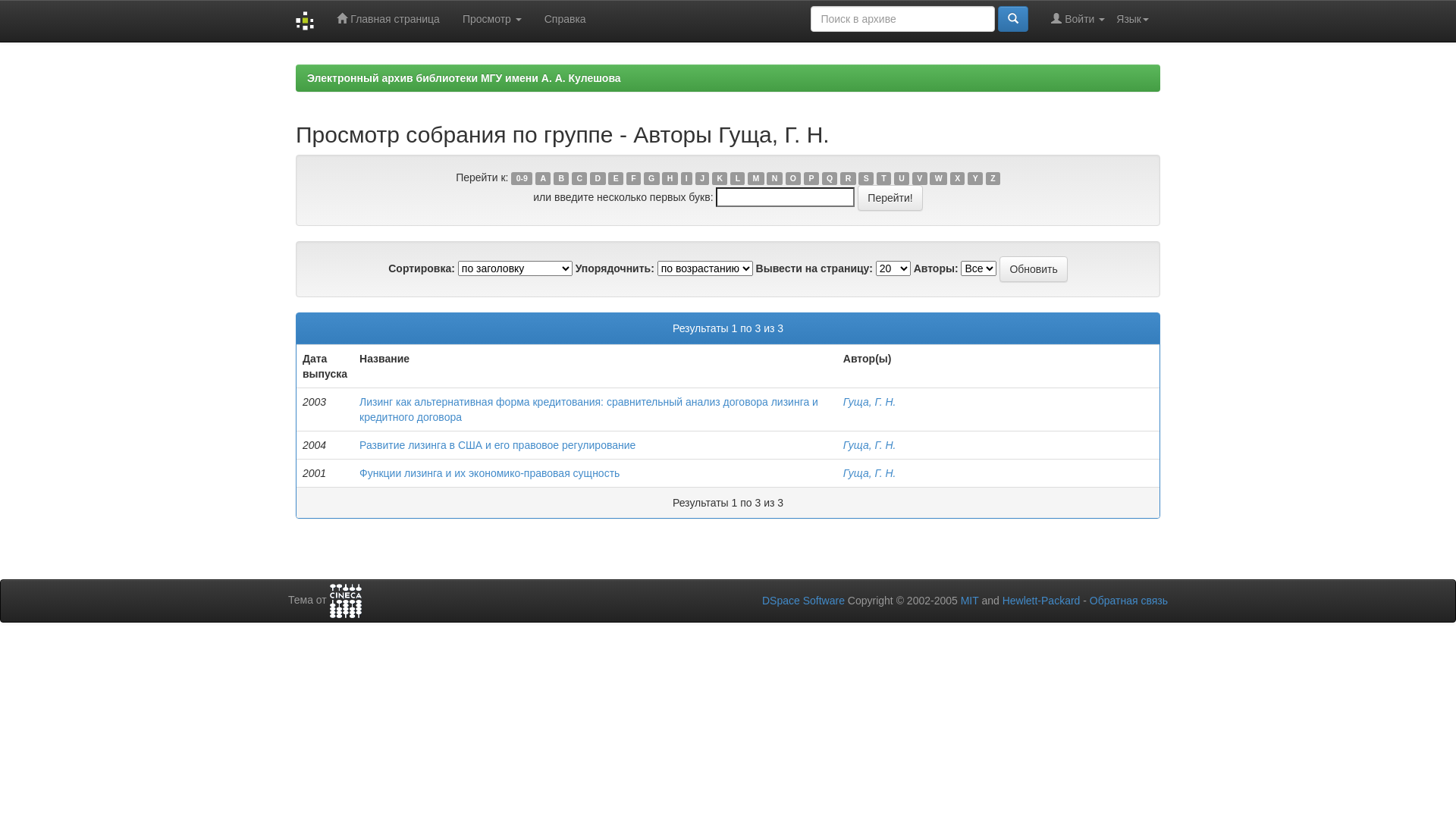 The width and height of the screenshot is (1456, 819). What do you see at coordinates (829, 177) in the screenshot?
I see `'Q'` at bounding box center [829, 177].